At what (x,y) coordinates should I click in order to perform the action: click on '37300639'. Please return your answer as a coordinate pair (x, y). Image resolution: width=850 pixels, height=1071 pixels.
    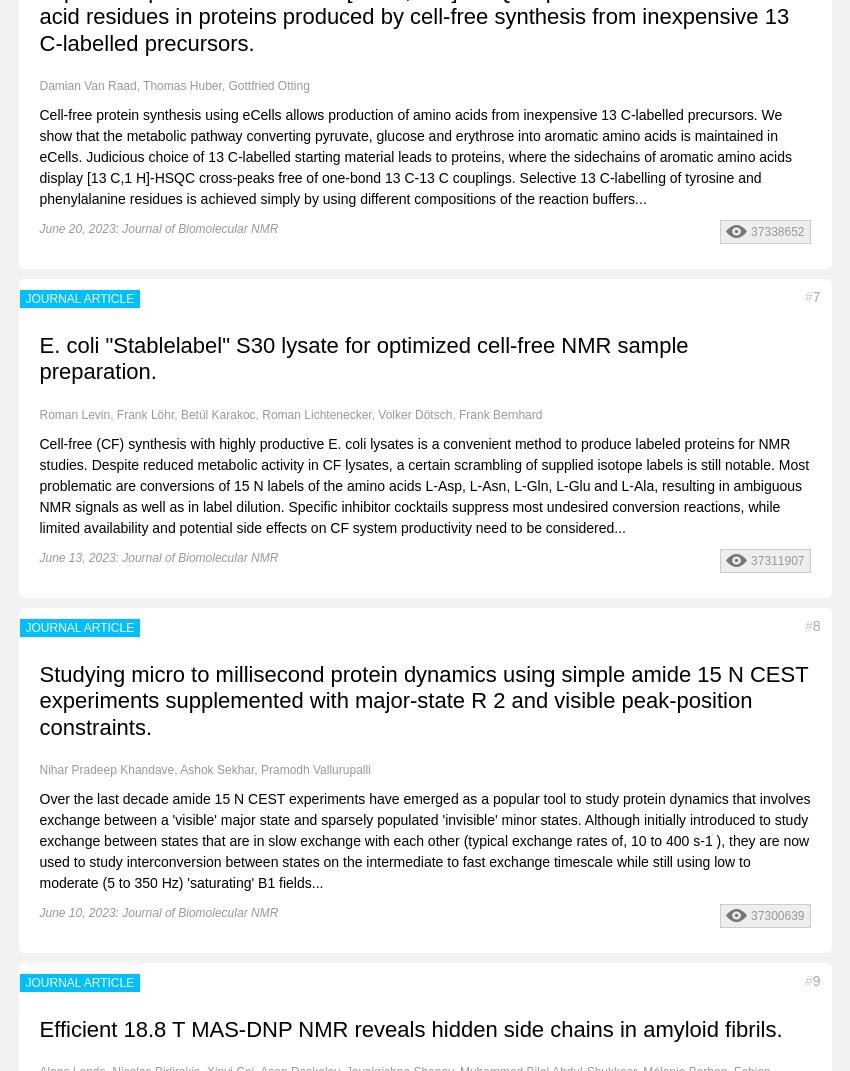
    Looking at the image, I should click on (776, 916).